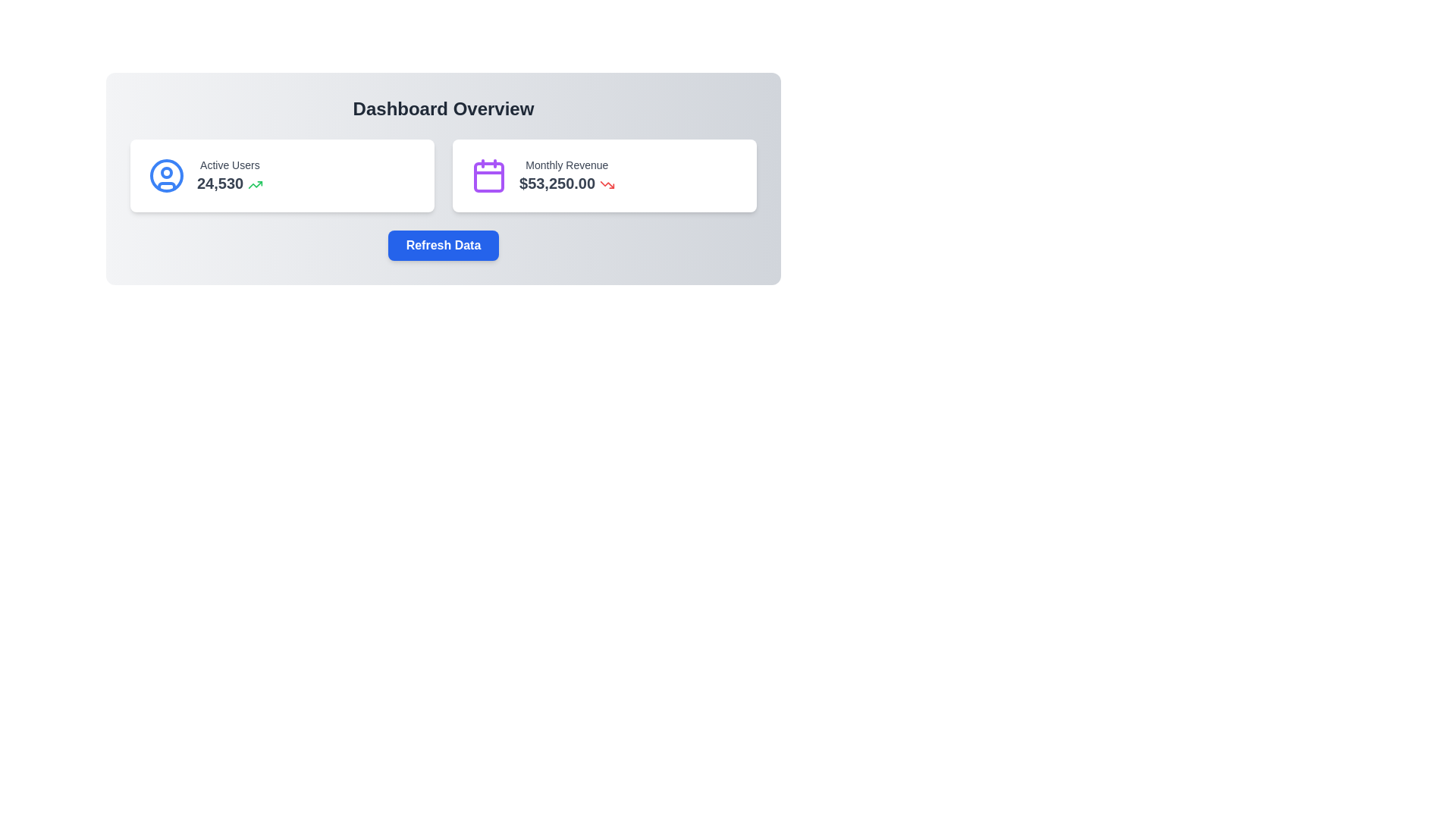  What do you see at coordinates (566, 183) in the screenshot?
I see `the bolded static text label displaying the amount '$53,250.00' located under the 'Monthly Revenue' heading on the dashboard interface` at bounding box center [566, 183].